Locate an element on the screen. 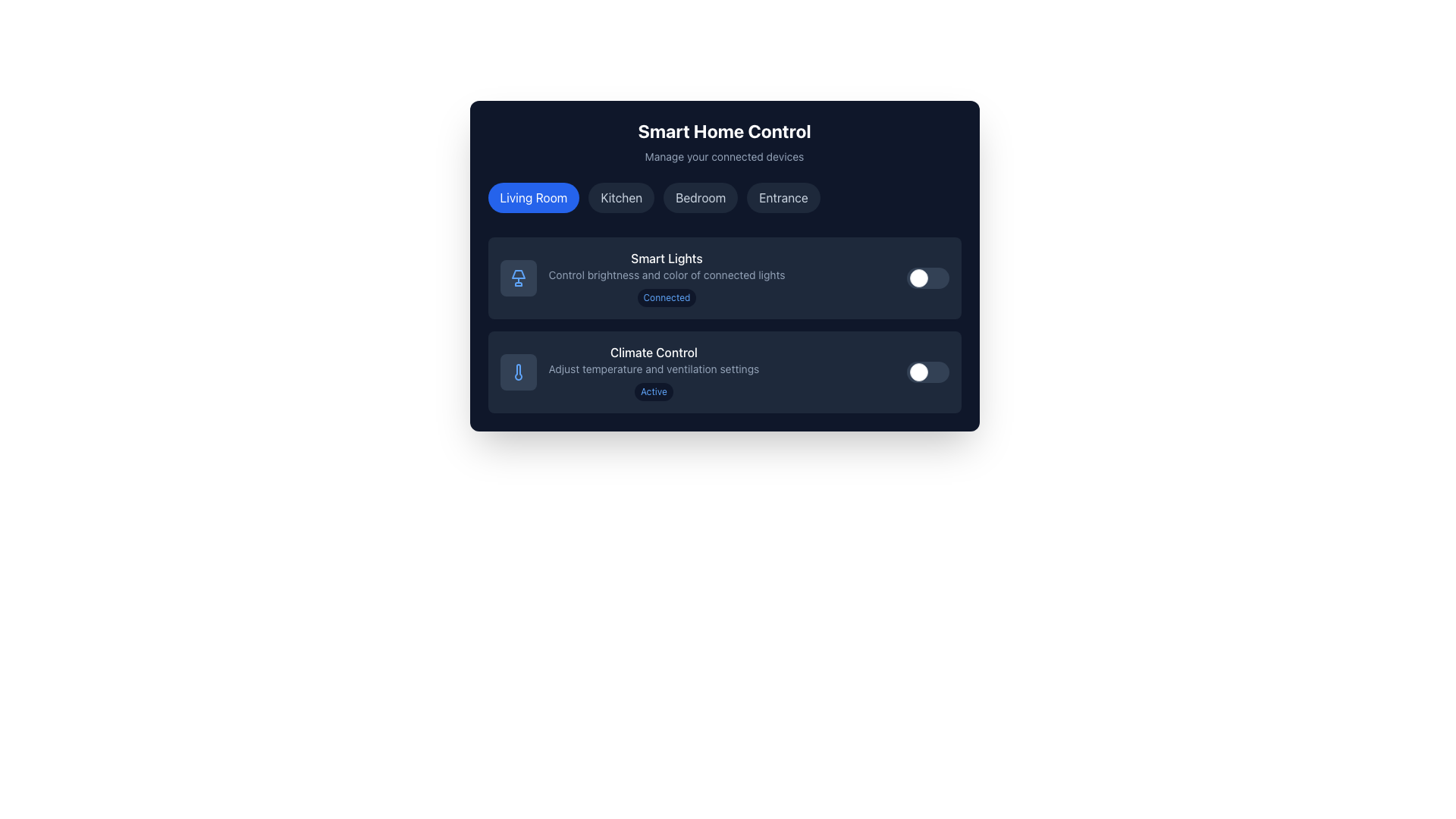 This screenshot has width=1456, height=819. the 'Living Room' button, which is the first button in a series positioned horizontally at the top of the main interface, to receive visual feedback is located at coordinates (533, 197).